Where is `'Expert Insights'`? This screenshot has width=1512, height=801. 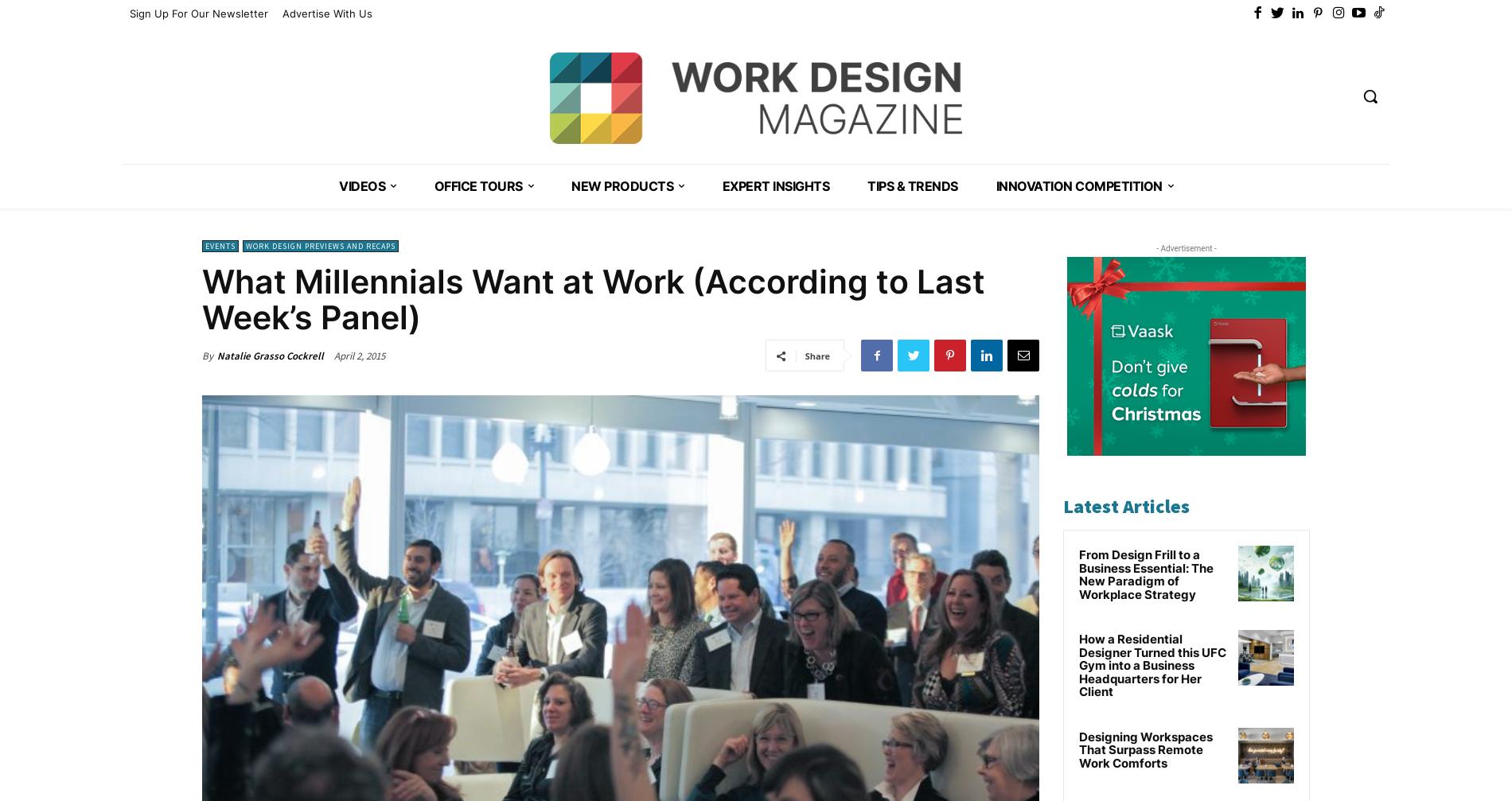 'Expert Insights' is located at coordinates (775, 186).